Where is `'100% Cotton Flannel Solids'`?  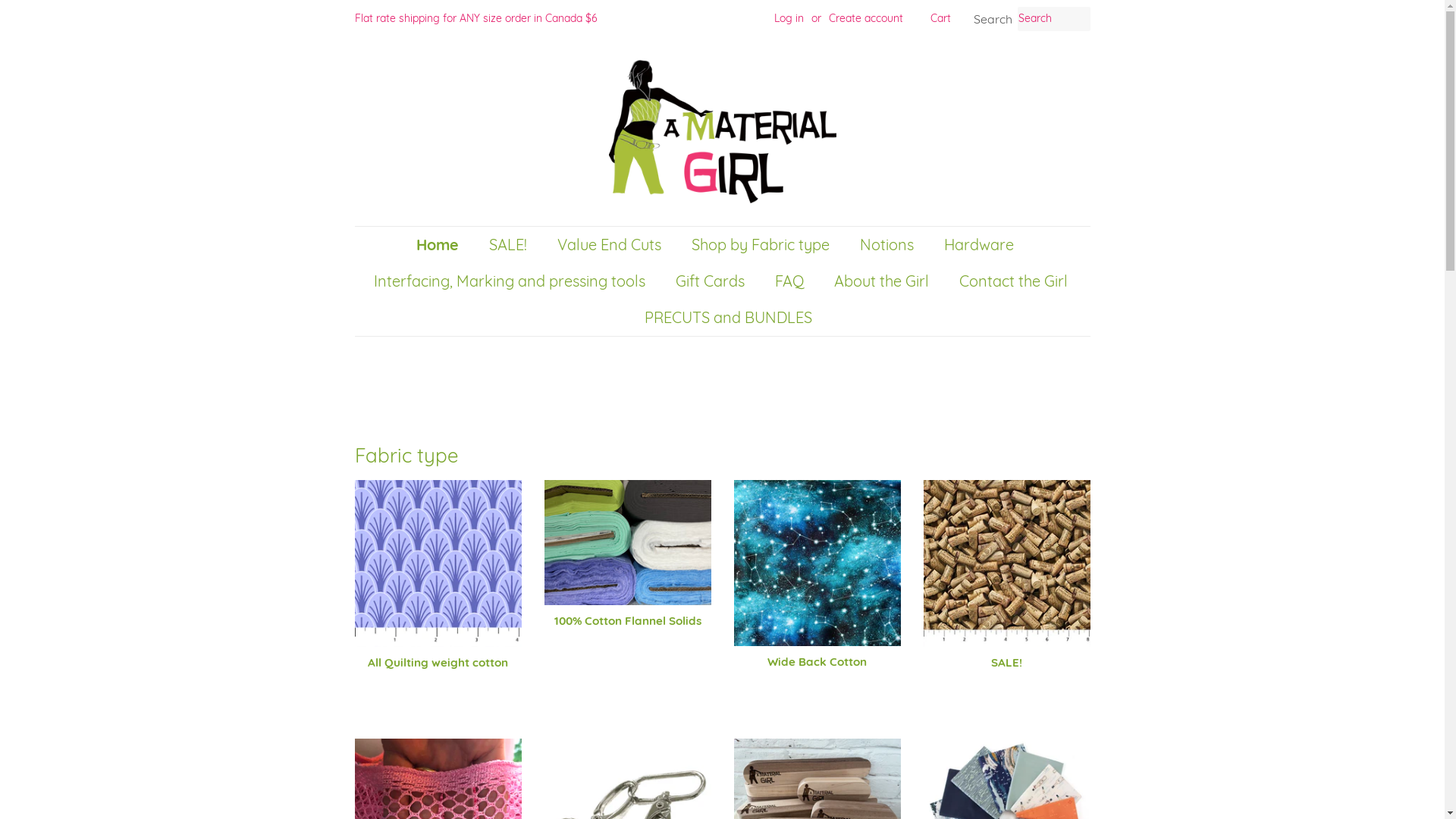
'100% Cotton Flannel Solids' is located at coordinates (628, 567).